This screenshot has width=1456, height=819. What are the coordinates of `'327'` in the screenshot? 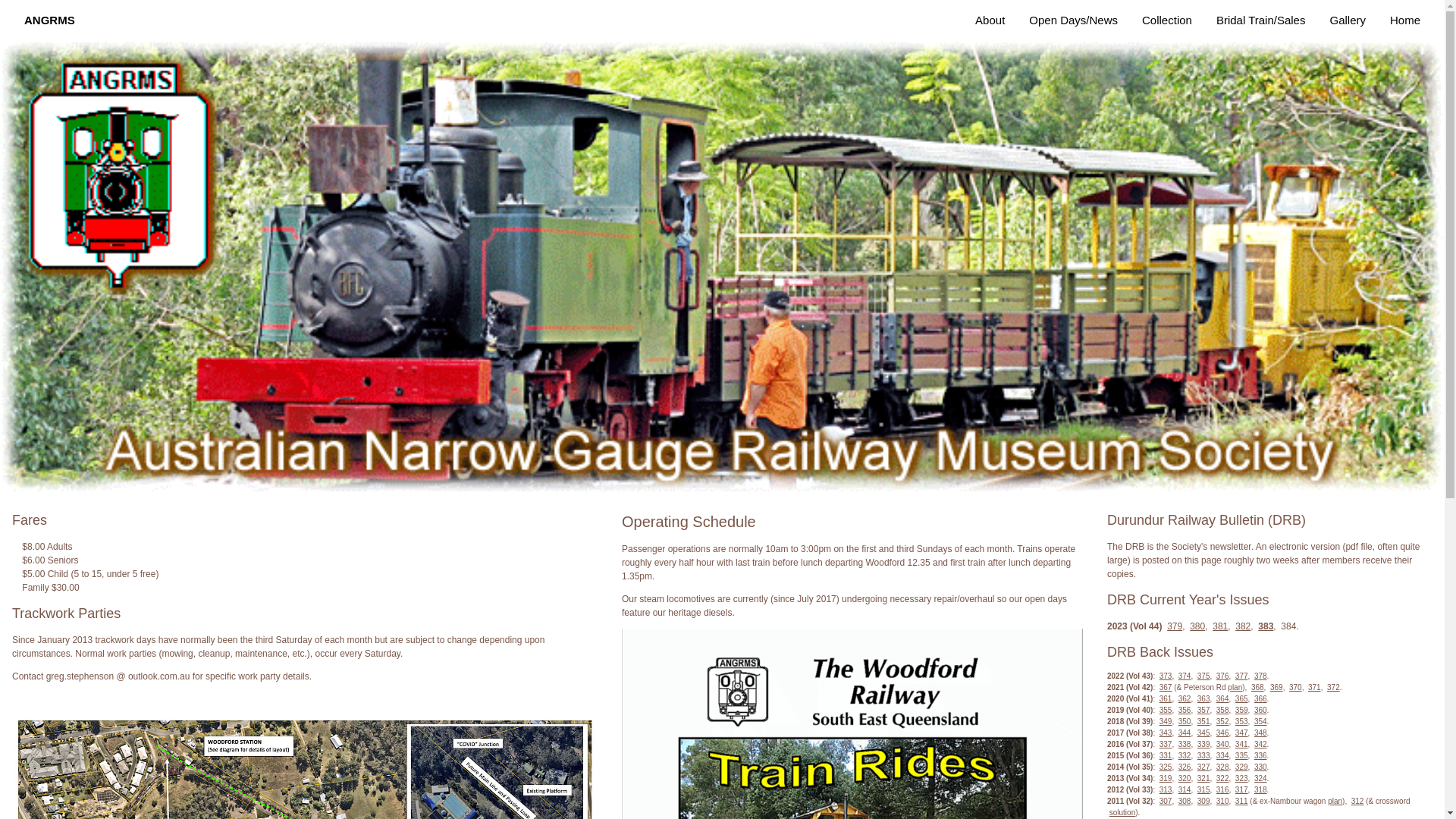 It's located at (1203, 767).